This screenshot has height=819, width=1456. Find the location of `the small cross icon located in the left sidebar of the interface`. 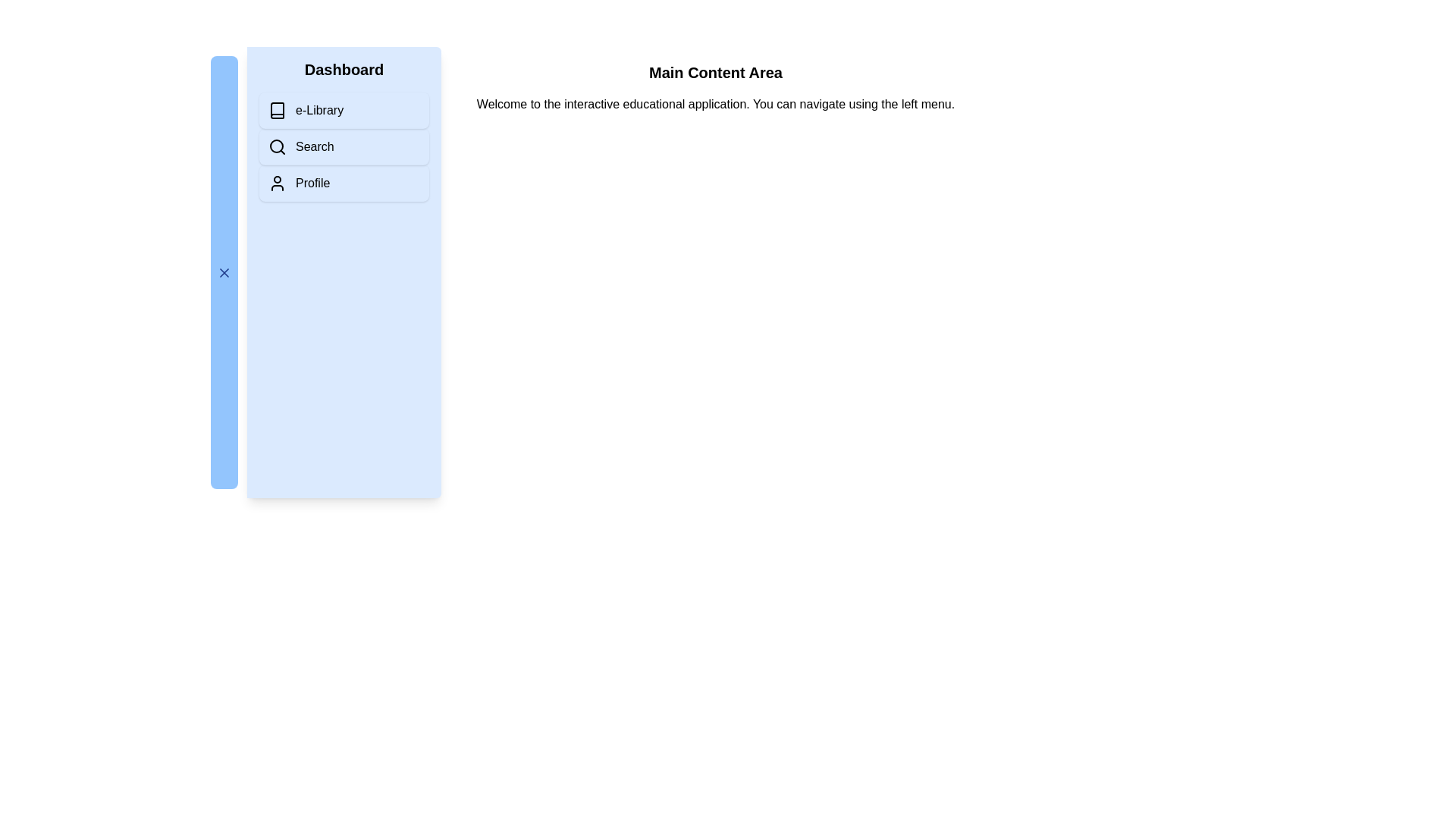

the small cross icon located in the left sidebar of the interface is located at coordinates (224, 271).